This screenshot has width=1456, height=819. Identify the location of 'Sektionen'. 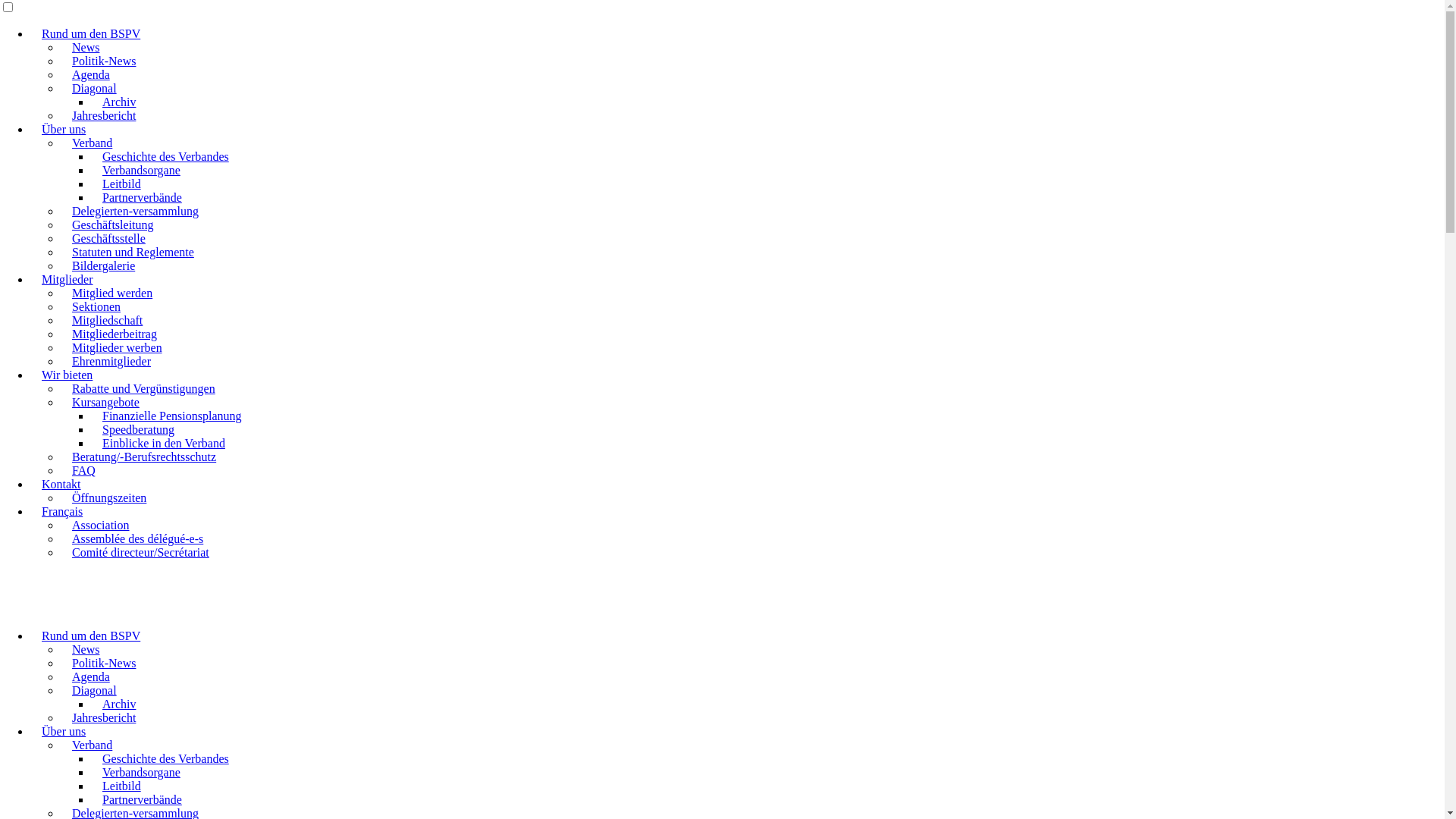
(61, 306).